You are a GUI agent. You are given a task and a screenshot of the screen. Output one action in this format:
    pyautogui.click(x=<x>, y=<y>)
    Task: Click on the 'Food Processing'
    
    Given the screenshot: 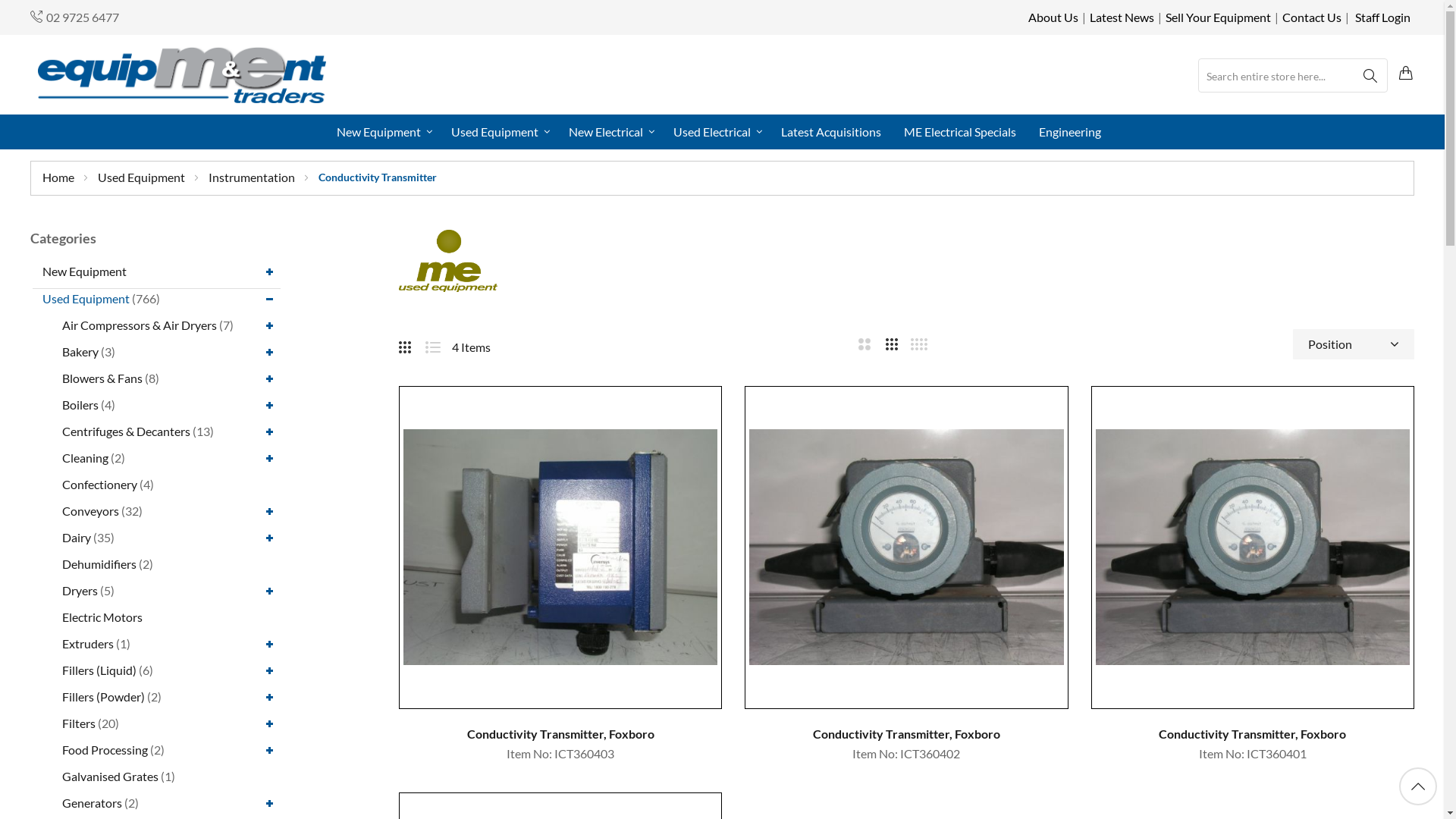 What is the action you would take?
    pyautogui.click(x=104, y=748)
    